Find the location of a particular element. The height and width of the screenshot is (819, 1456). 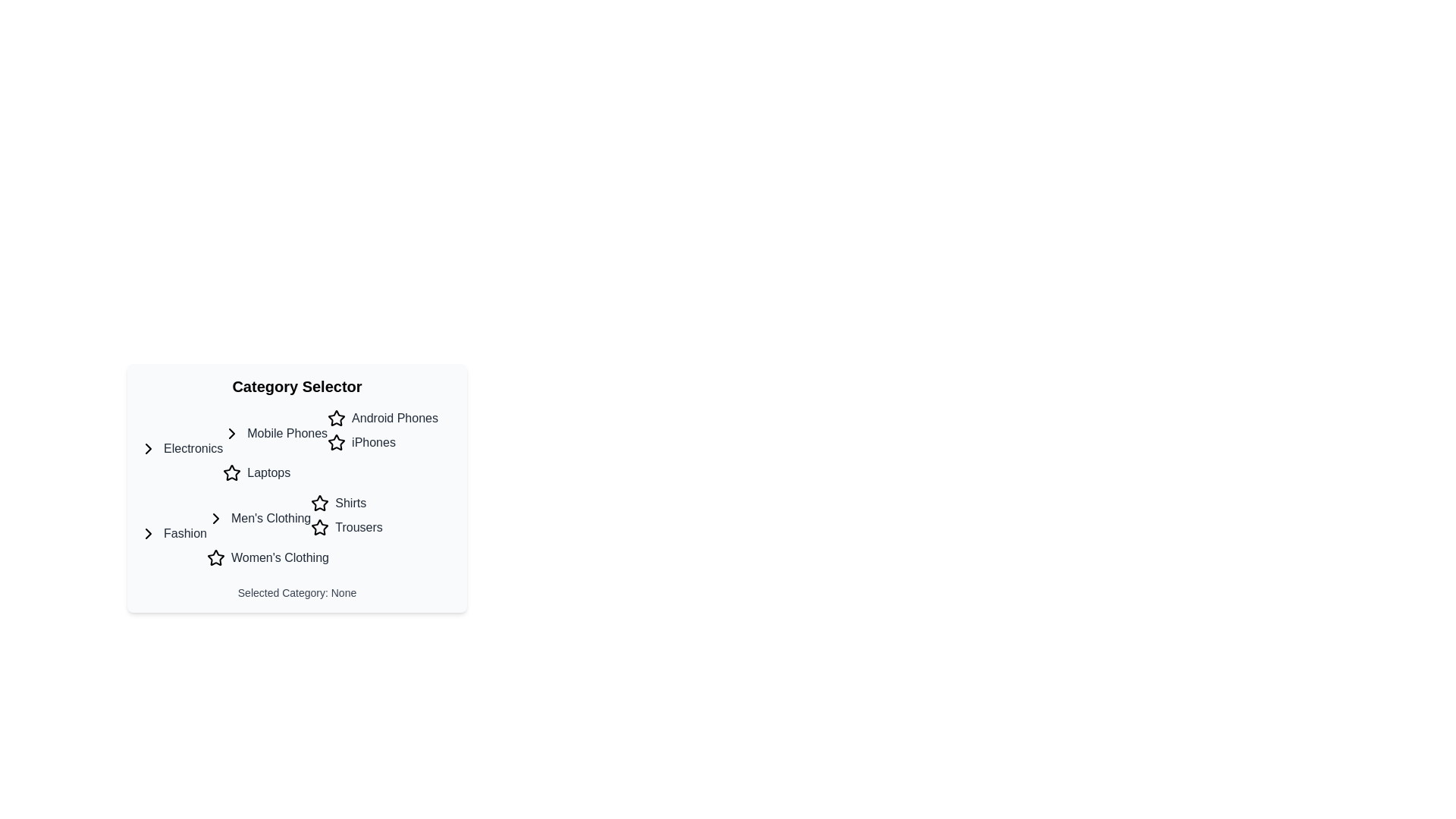

the Chevron icon located to the left of the 'Electronics' text in the 'Category Selector' section is located at coordinates (149, 447).